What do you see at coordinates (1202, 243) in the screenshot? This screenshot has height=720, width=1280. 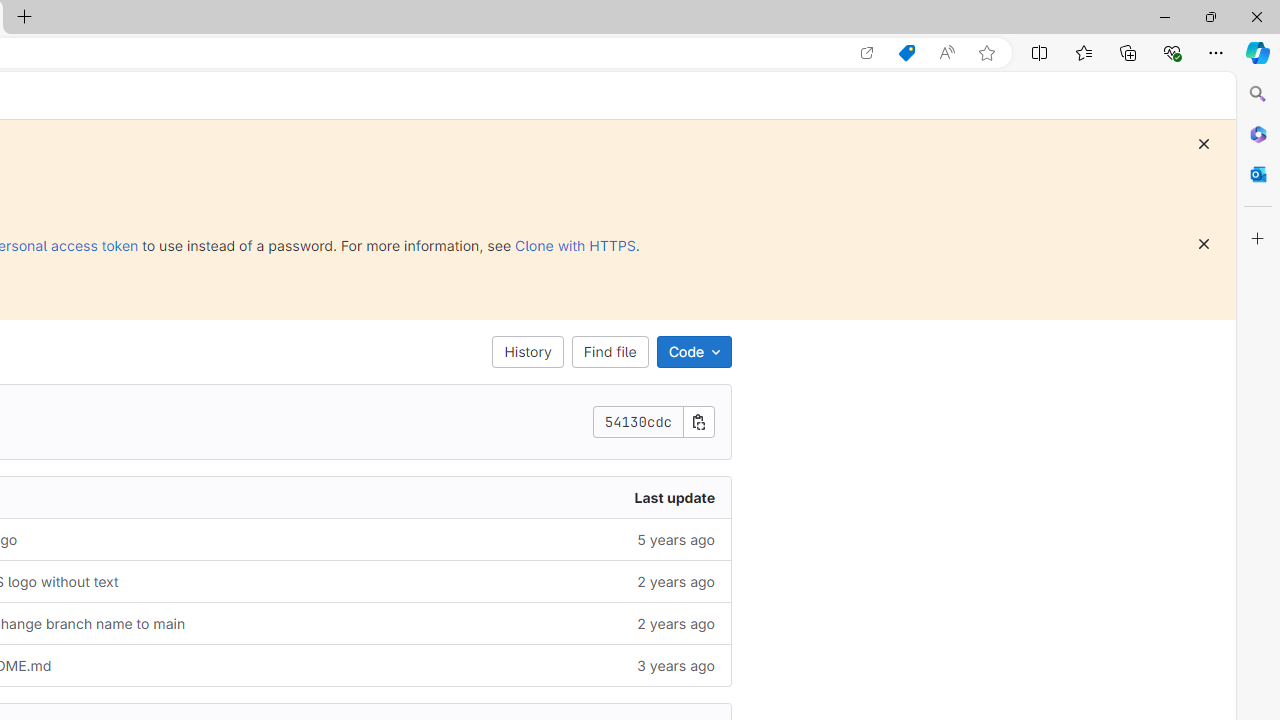 I see `'Class: s16 gl-icon gl-button-icon '` at bounding box center [1202, 243].